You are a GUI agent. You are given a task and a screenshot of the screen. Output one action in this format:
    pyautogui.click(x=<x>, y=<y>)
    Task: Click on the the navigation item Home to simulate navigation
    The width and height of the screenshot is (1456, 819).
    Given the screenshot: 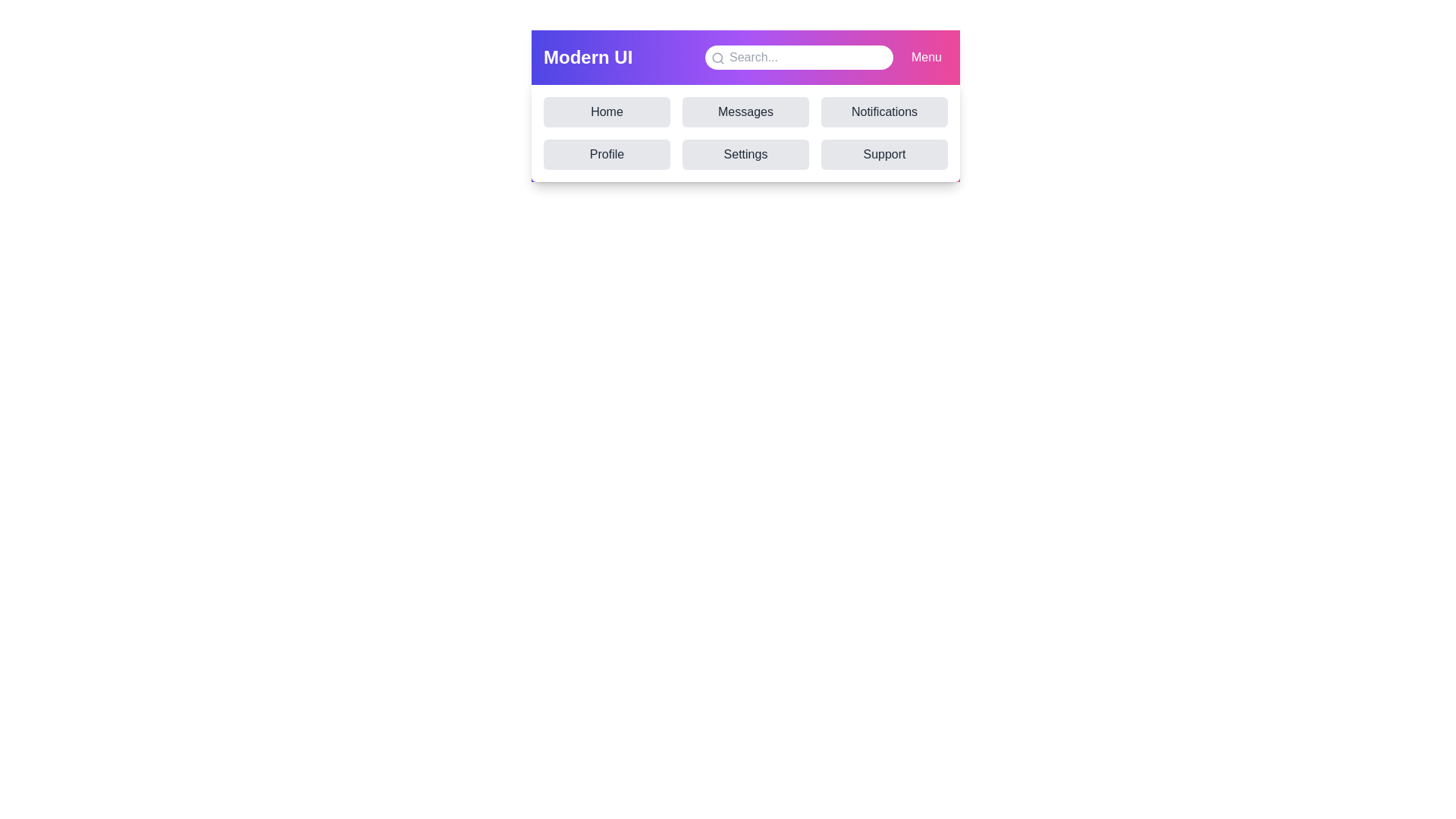 What is the action you would take?
    pyautogui.click(x=607, y=111)
    